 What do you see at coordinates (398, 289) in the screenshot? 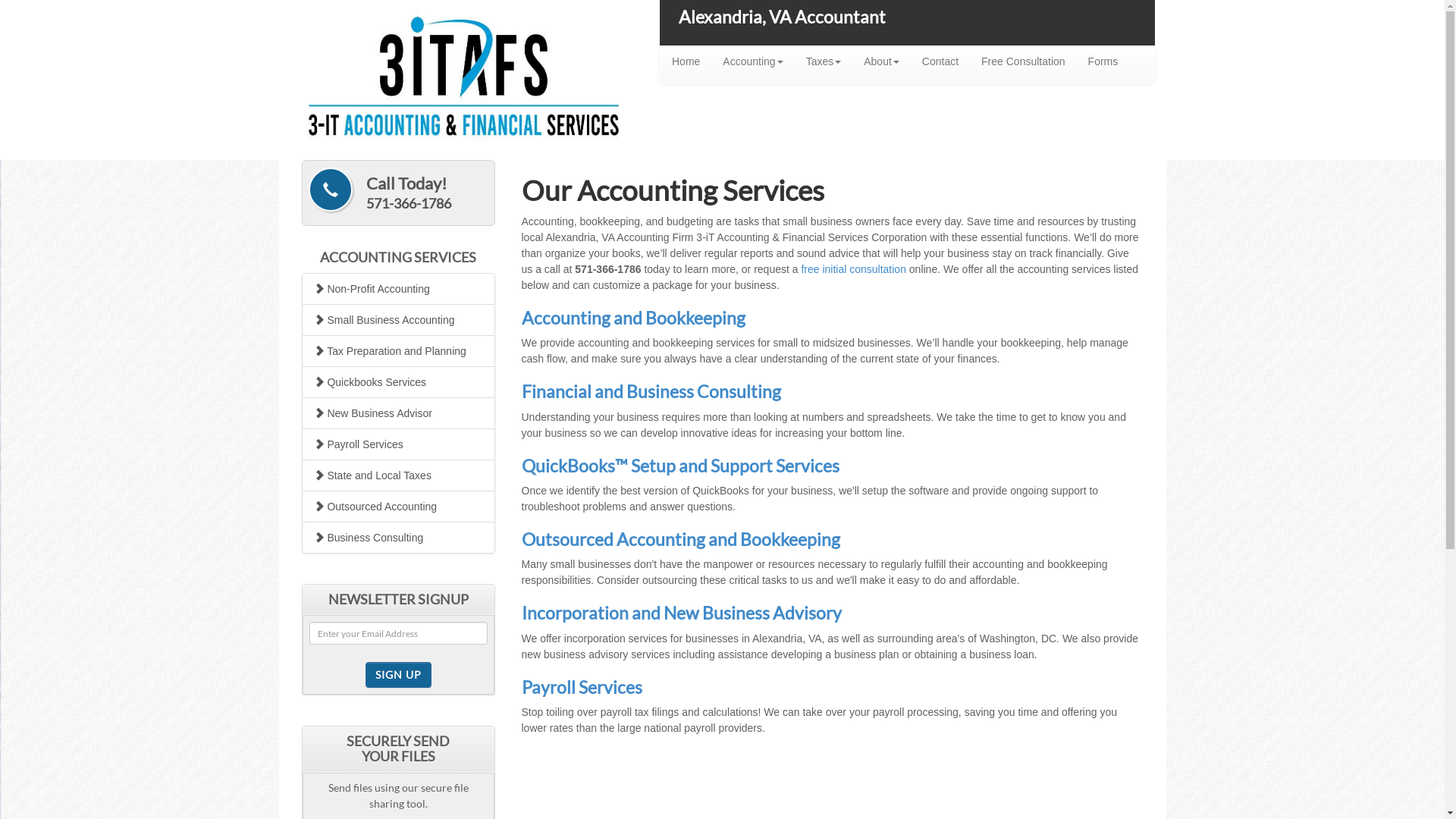
I see `' Non-Profit Accounting'` at bounding box center [398, 289].